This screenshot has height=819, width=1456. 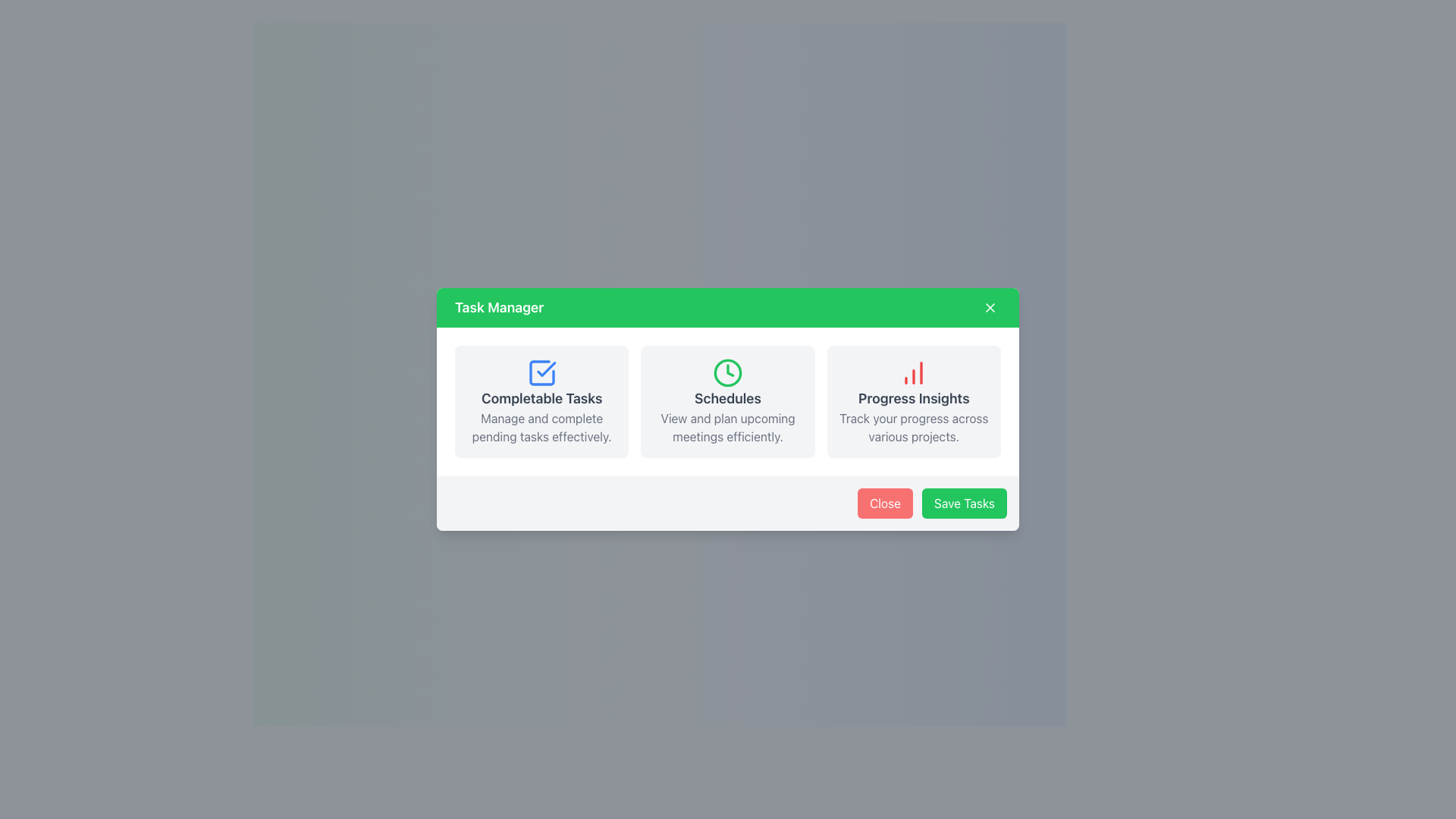 I want to click on the 'Task Manager' static text label element, which acts as a title in the green header bar at the top of the interface, so click(x=499, y=307).